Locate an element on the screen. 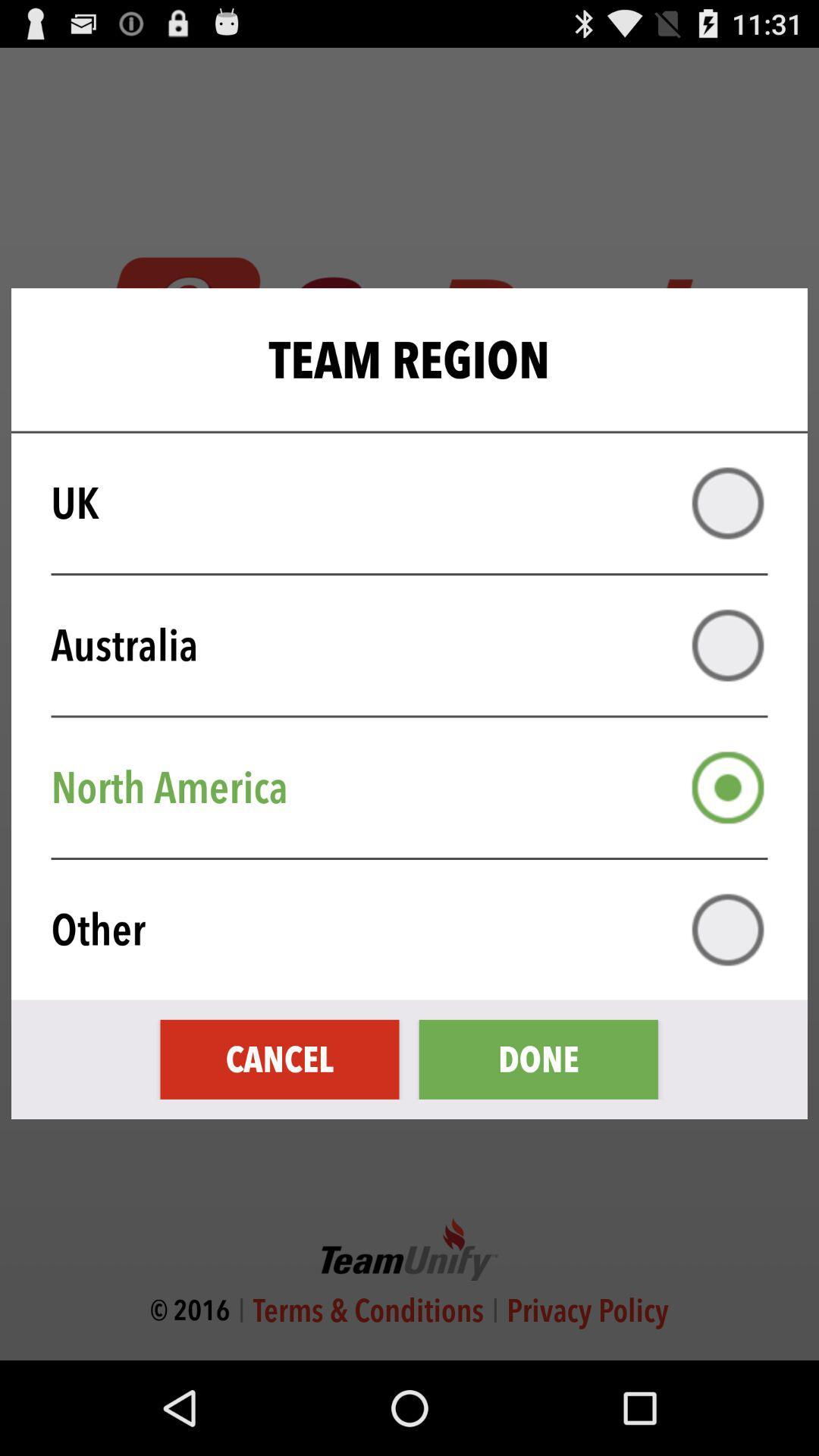  the done icon is located at coordinates (538, 1059).